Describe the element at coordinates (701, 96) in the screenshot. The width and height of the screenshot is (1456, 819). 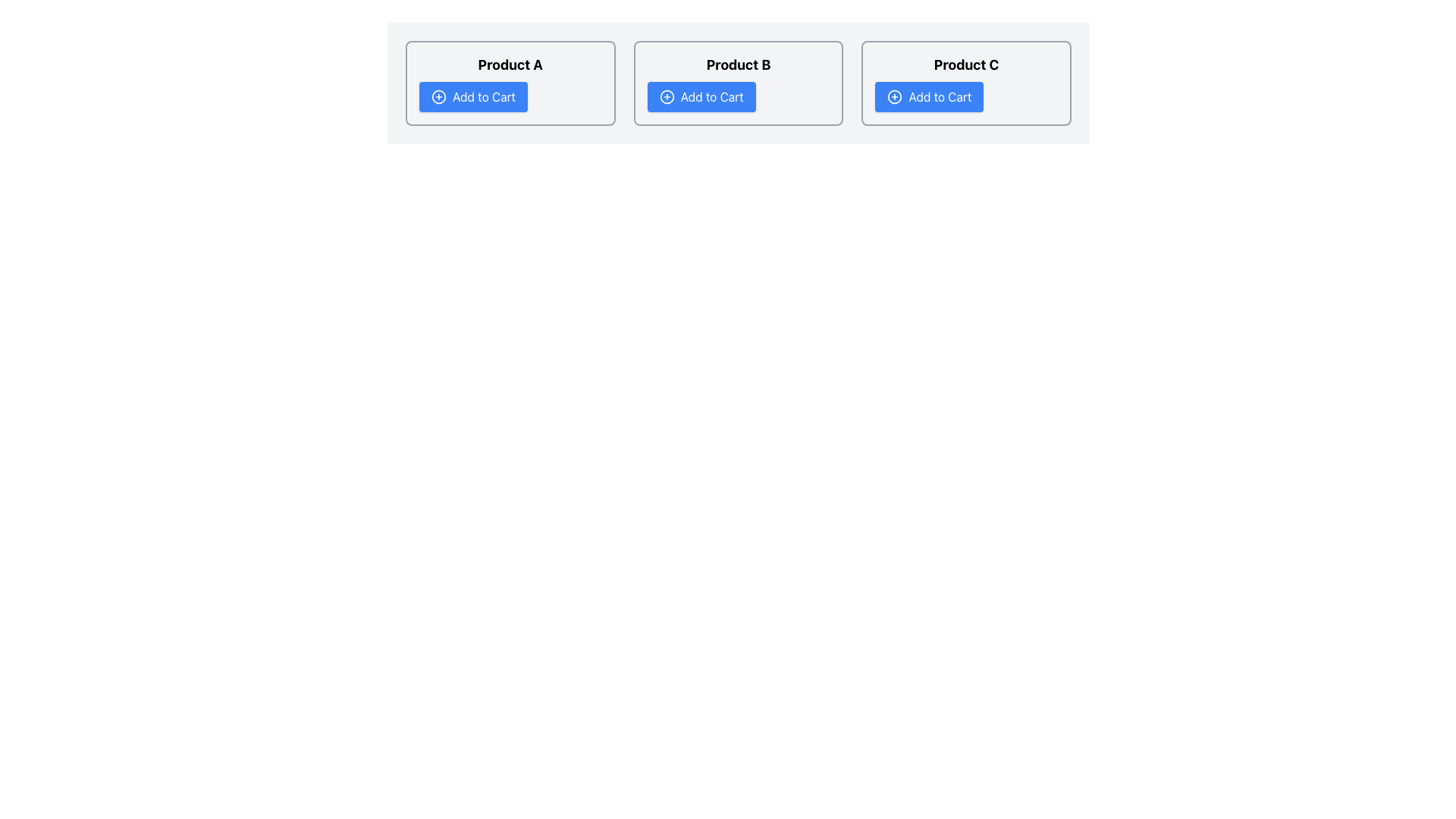
I see `the 'Add to Cart' button with a blue background and white text, located centrally within the 'Product B' box` at that location.